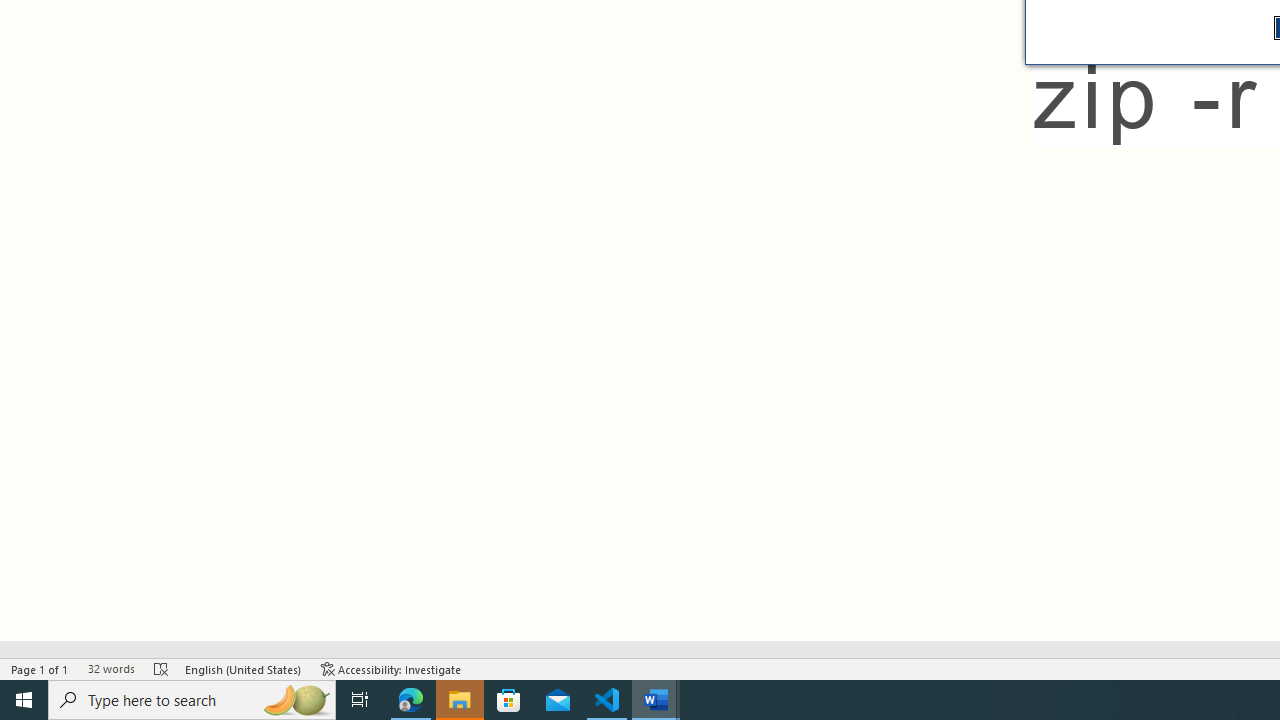  What do you see at coordinates (110, 669) in the screenshot?
I see `'Word Count 32 words'` at bounding box center [110, 669].